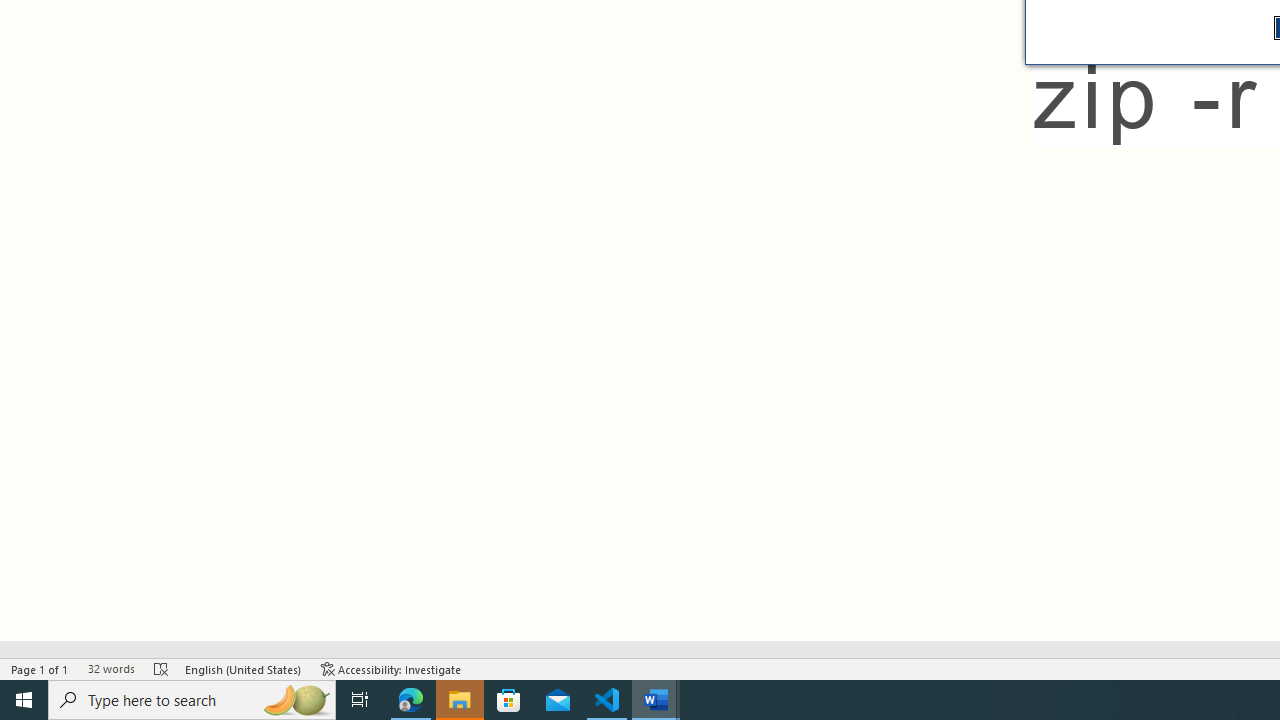  What do you see at coordinates (110, 669) in the screenshot?
I see `'Word Count 32 words'` at bounding box center [110, 669].